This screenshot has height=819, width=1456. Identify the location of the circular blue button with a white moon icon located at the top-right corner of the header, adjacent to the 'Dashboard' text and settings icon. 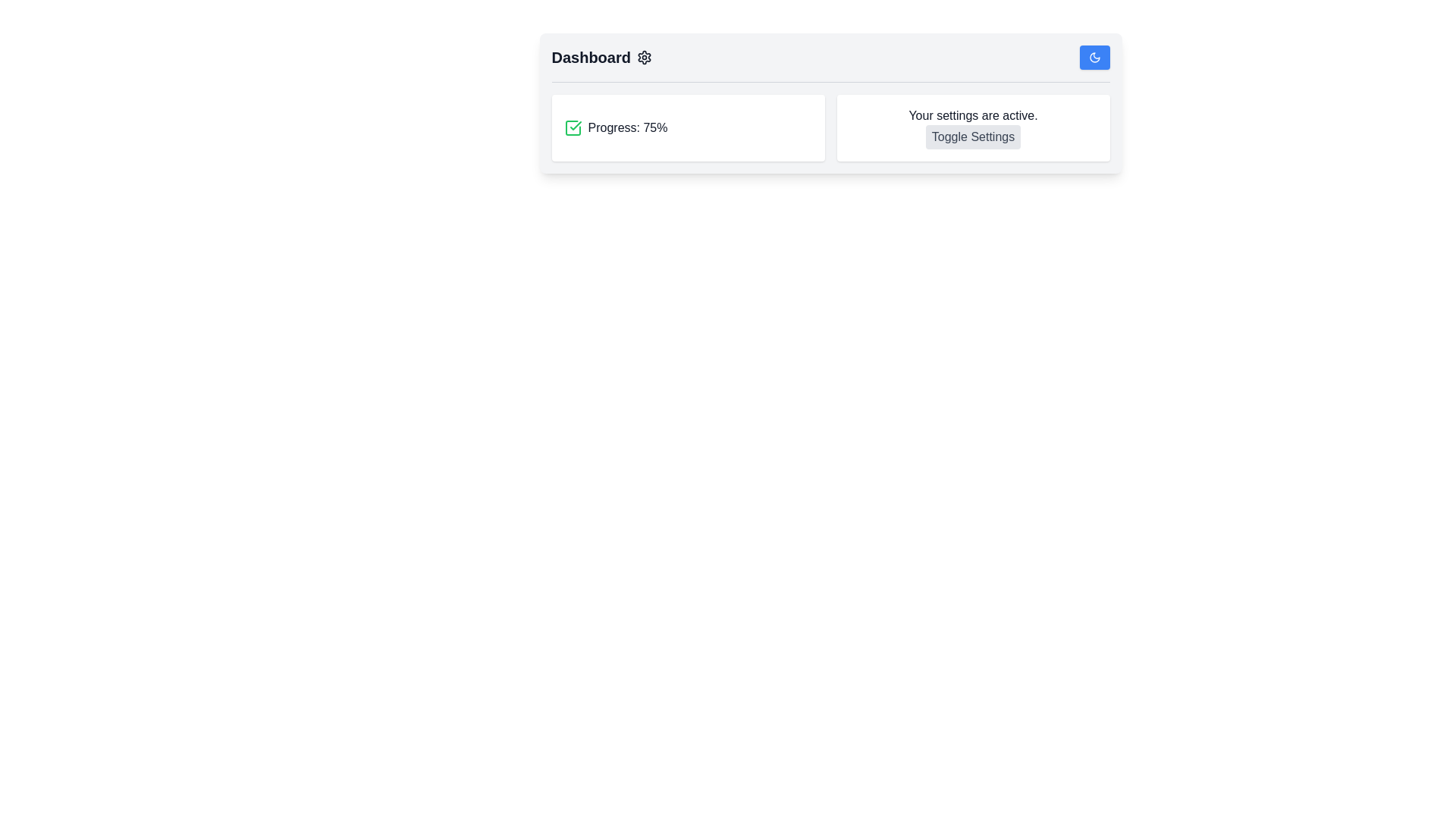
(1094, 57).